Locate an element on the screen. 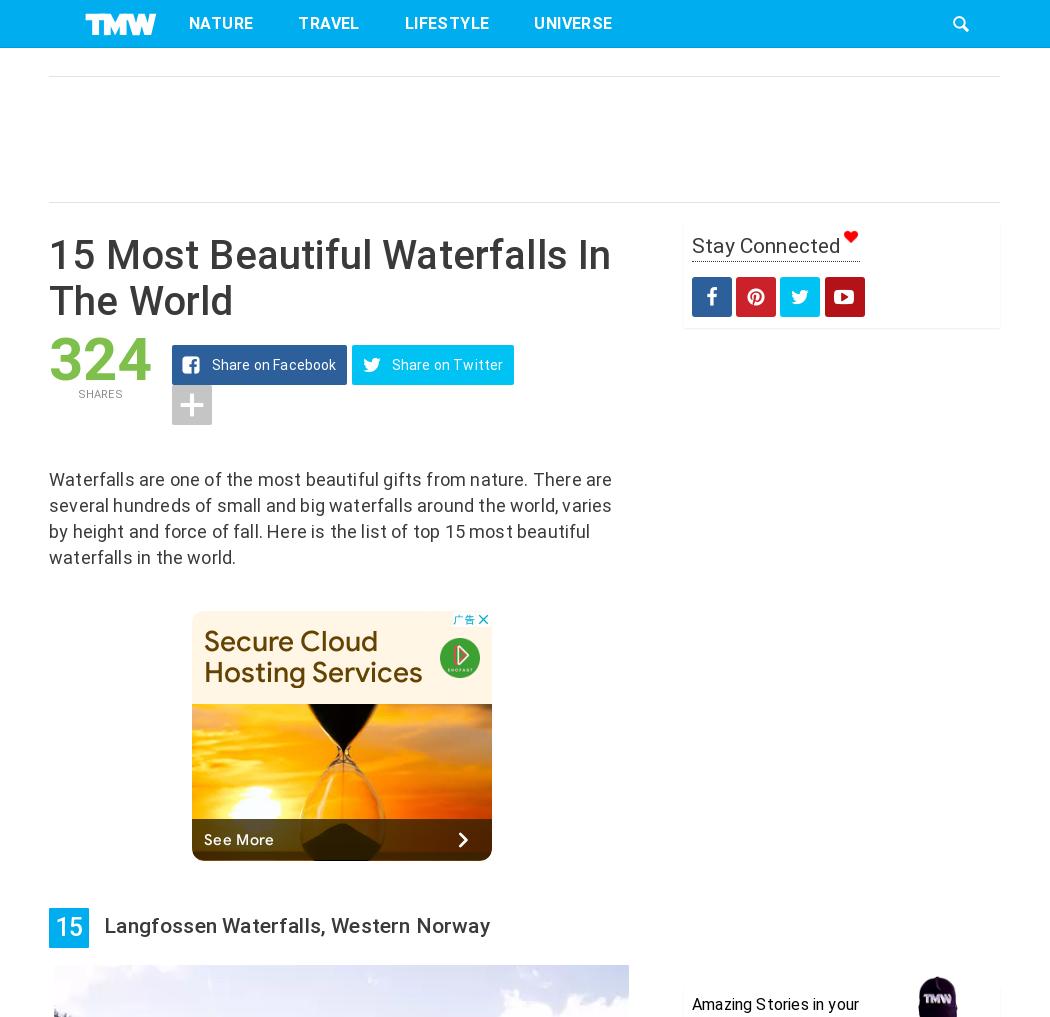 The height and width of the screenshot is (1017, 1050). '324' is located at coordinates (99, 358).